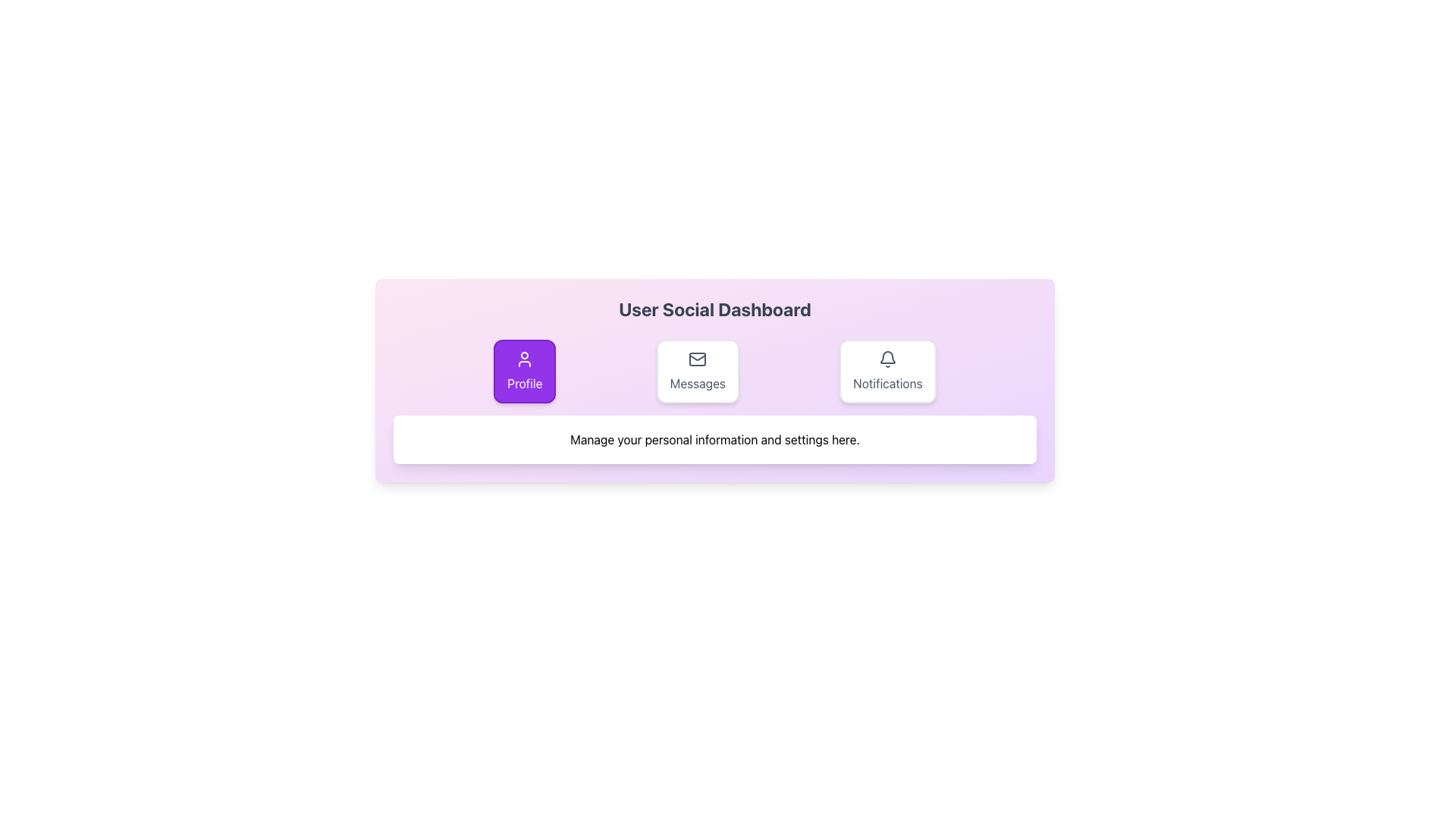  I want to click on the 'Messages' button, which features an envelope icon above the text, so click(697, 371).